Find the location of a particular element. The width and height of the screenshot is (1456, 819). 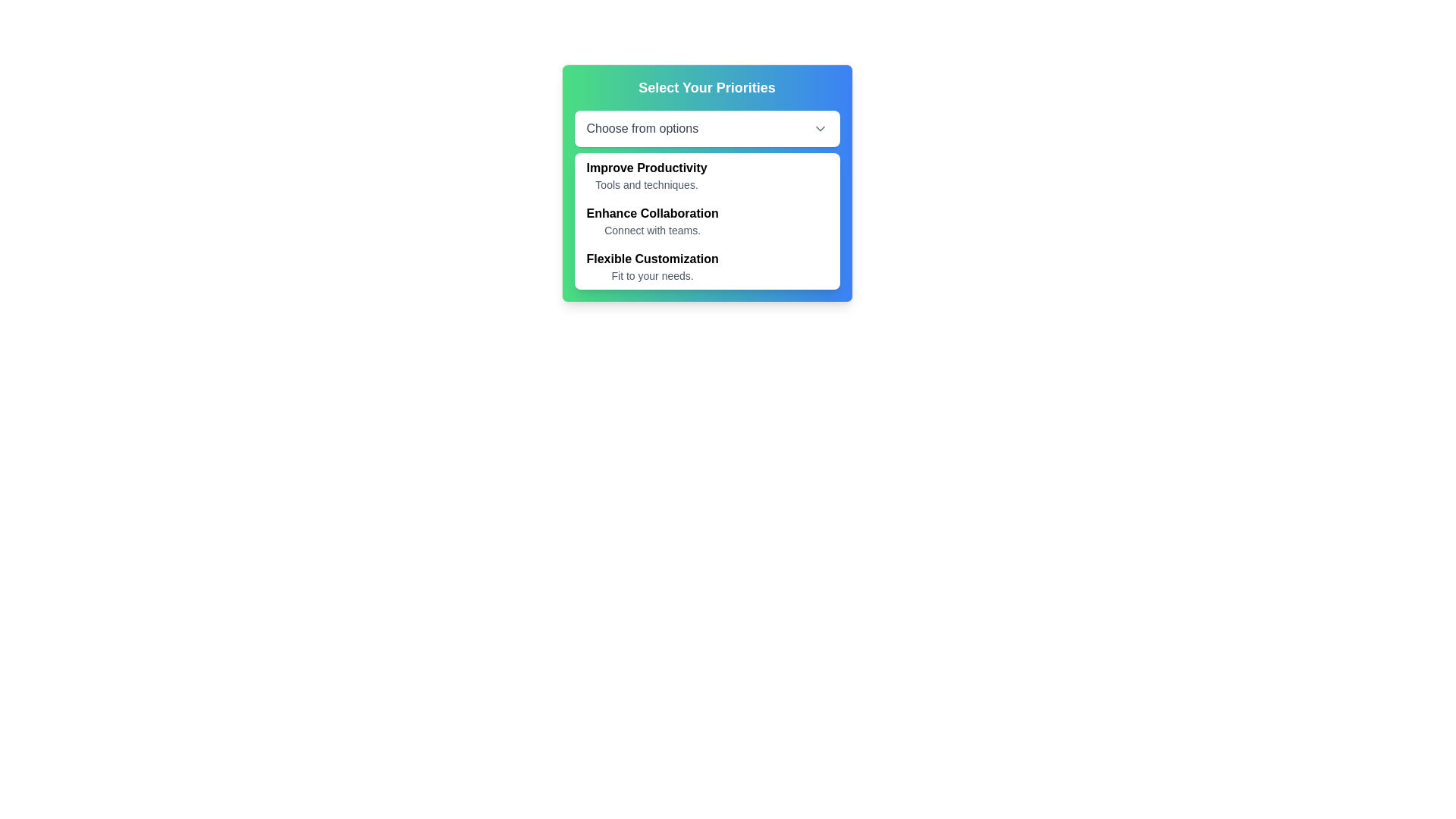

bolded text string 'Improve Productivity' located in the upper section of the dropdown below 'Select Your Priorities' is located at coordinates (647, 168).